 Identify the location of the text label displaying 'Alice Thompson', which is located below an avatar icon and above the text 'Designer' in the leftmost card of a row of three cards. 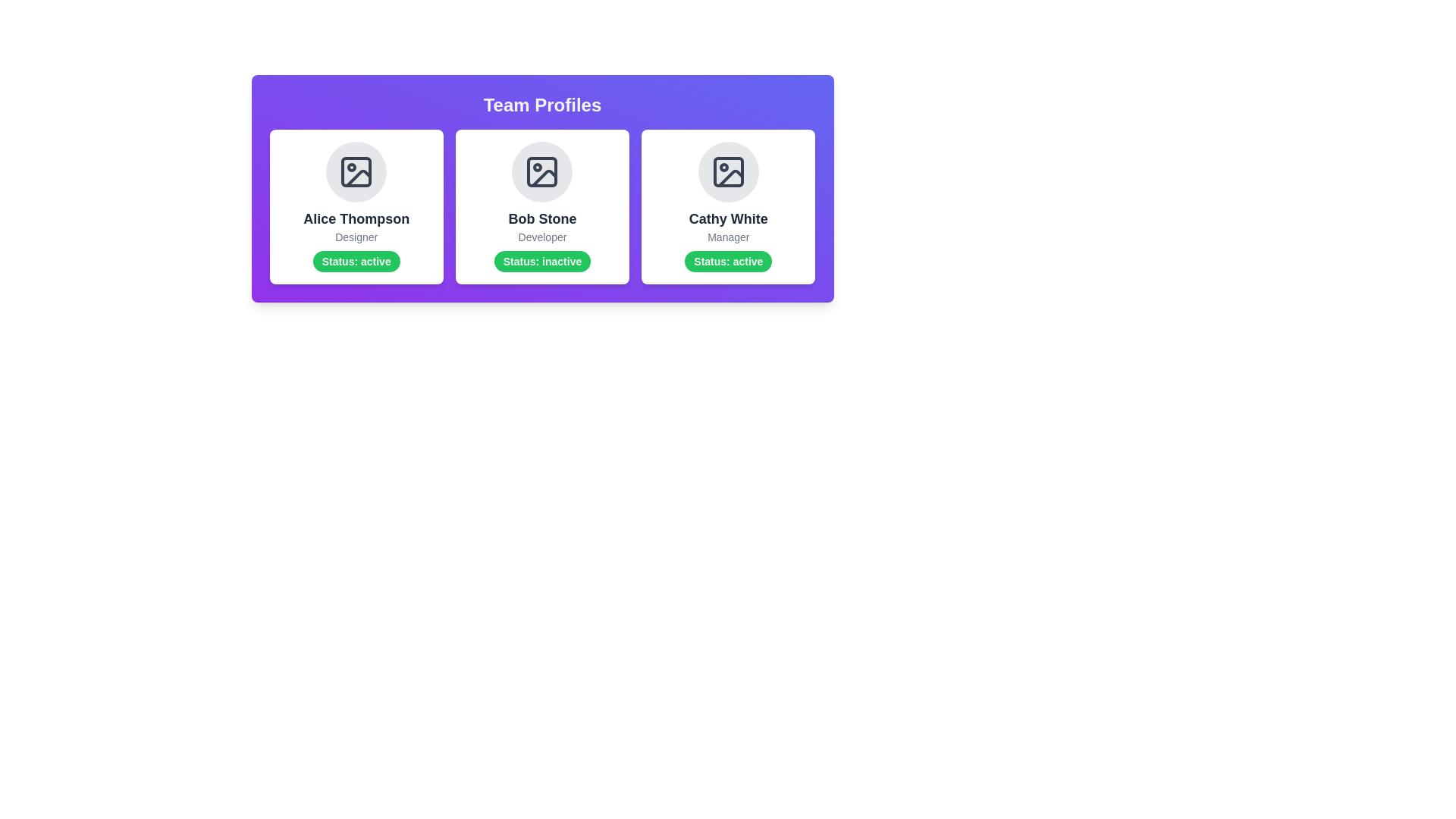
(356, 219).